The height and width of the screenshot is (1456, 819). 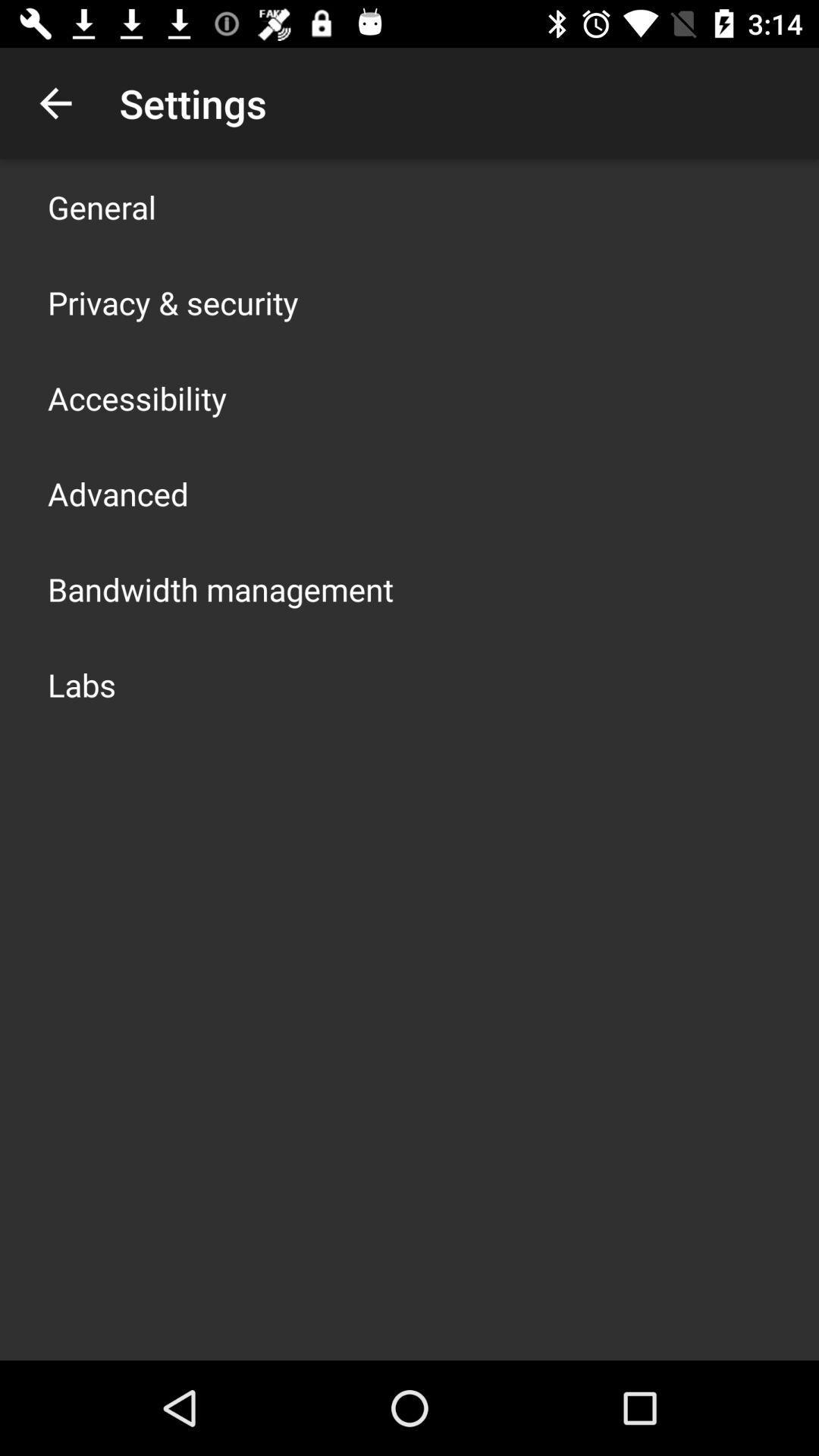 What do you see at coordinates (137, 397) in the screenshot?
I see `icon above advanced icon` at bounding box center [137, 397].